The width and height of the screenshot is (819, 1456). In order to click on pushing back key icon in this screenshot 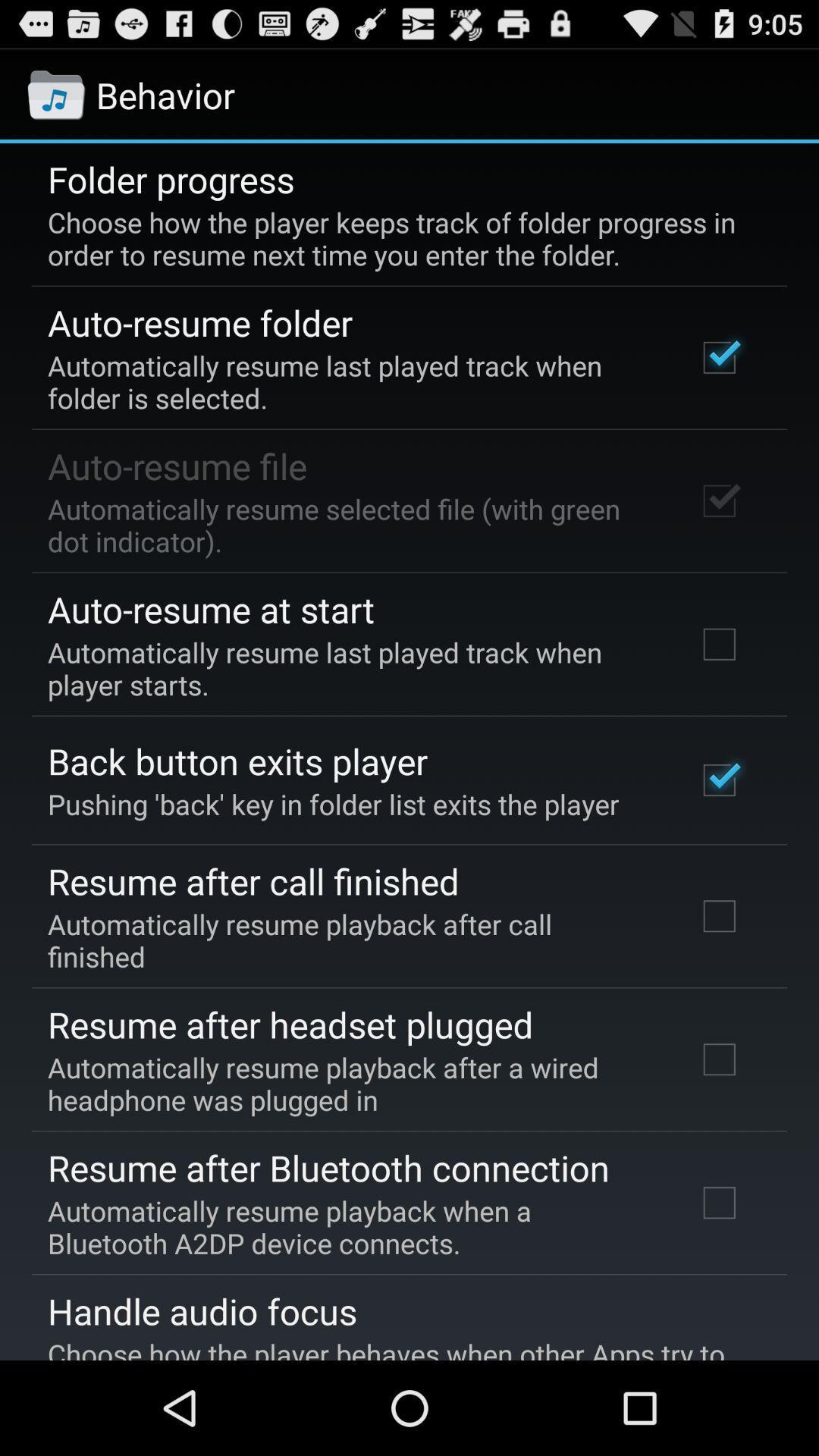, I will do `click(332, 803)`.